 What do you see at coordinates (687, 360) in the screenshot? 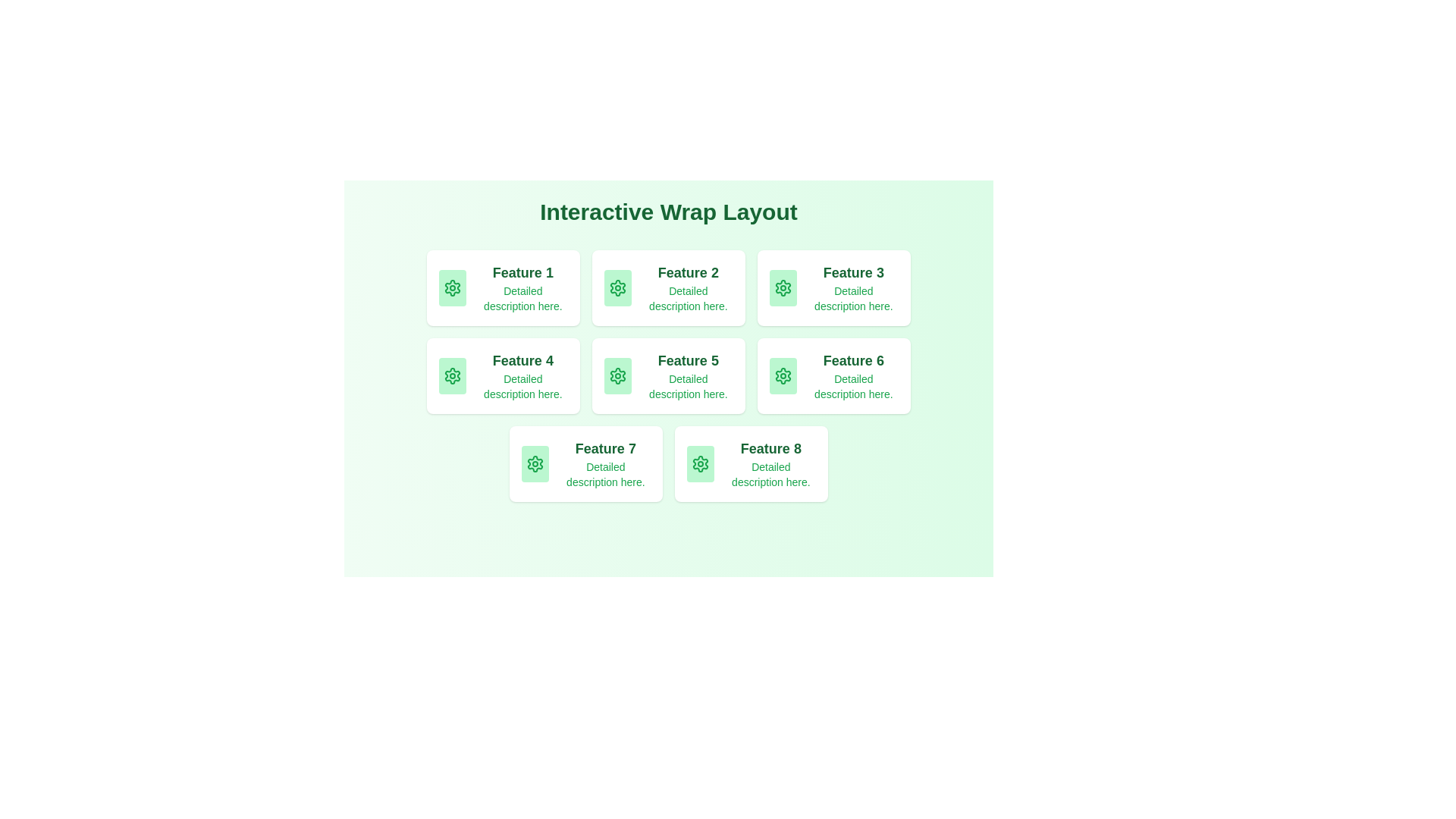
I see `the title text representing the fifth feature in the grid layout to check for a tooltip or interaction` at bounding box center [687, 360].